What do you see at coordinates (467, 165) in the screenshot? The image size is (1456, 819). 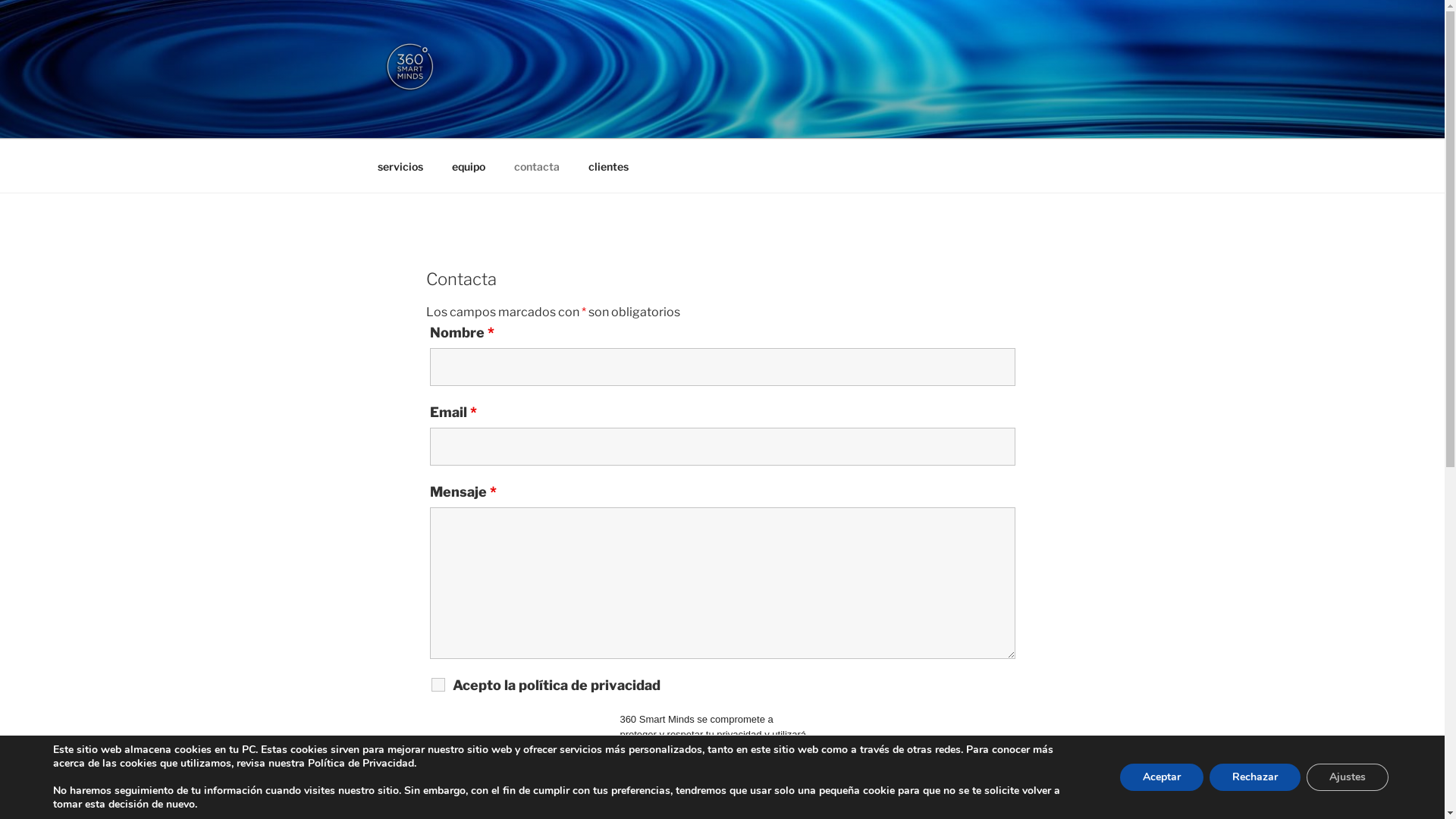 I see `'equipo'` at bounding box center [467, 165].